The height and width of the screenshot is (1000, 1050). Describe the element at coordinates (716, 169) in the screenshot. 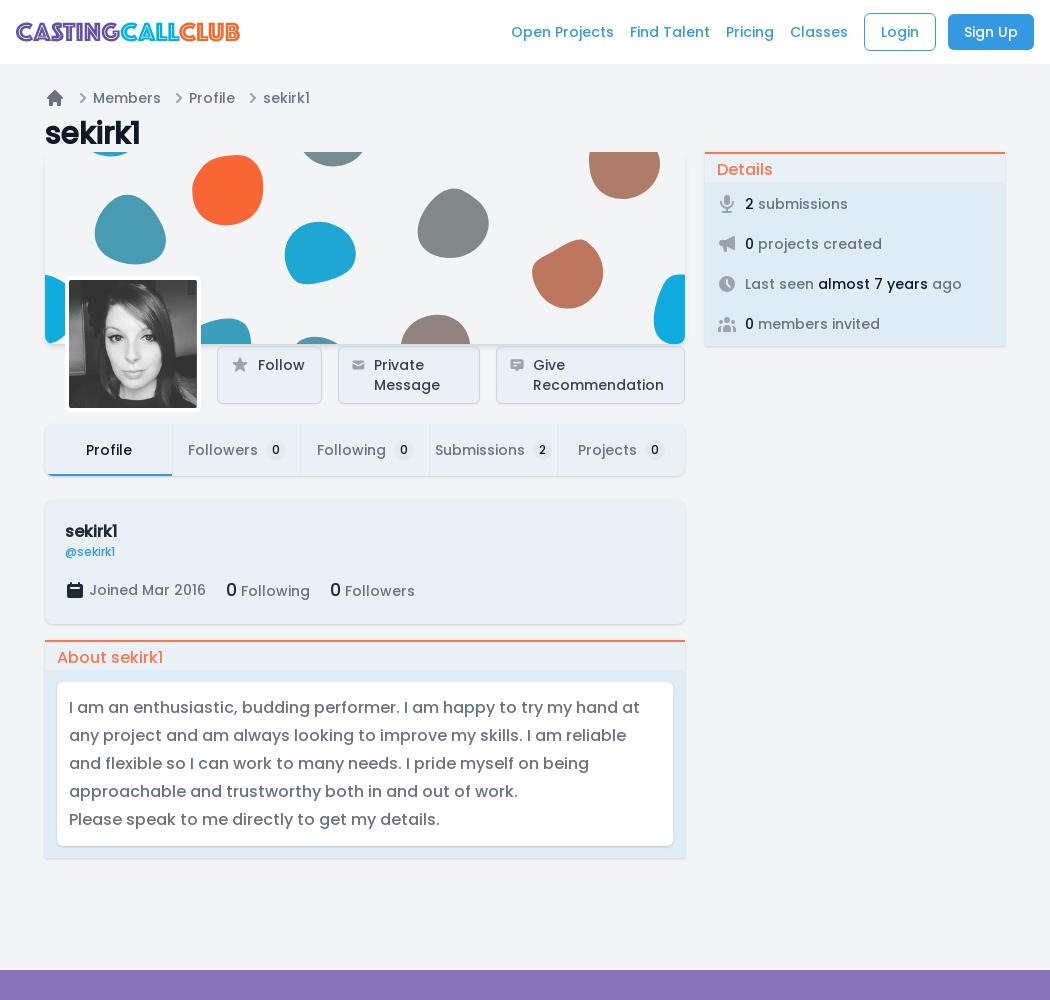

I see `'Details'` at that location.